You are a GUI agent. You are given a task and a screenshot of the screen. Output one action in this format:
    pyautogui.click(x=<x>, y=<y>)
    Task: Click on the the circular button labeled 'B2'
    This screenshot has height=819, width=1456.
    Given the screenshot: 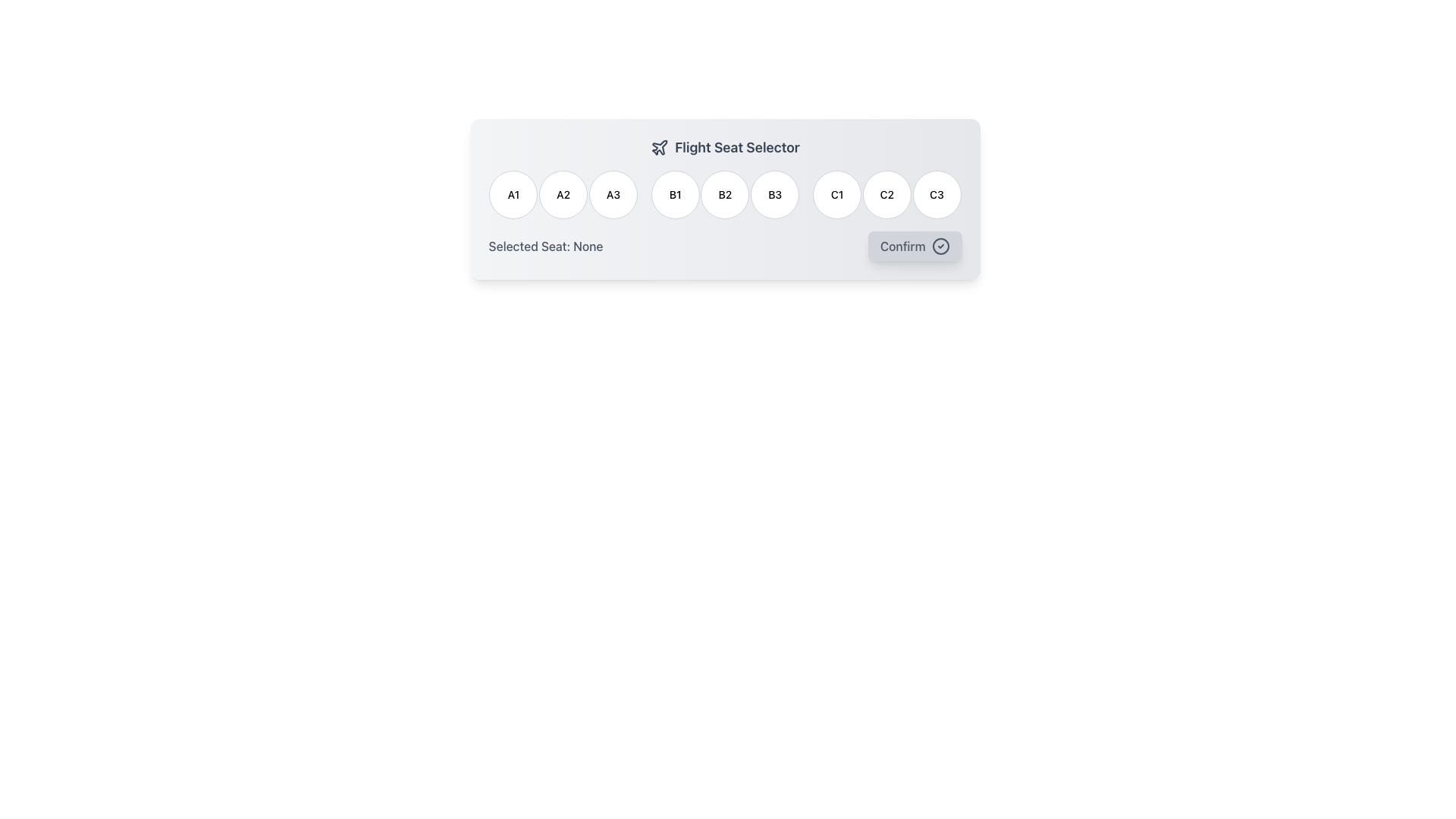 What is the action you would take?
    pyautogui.click(x=724, y=194)
    